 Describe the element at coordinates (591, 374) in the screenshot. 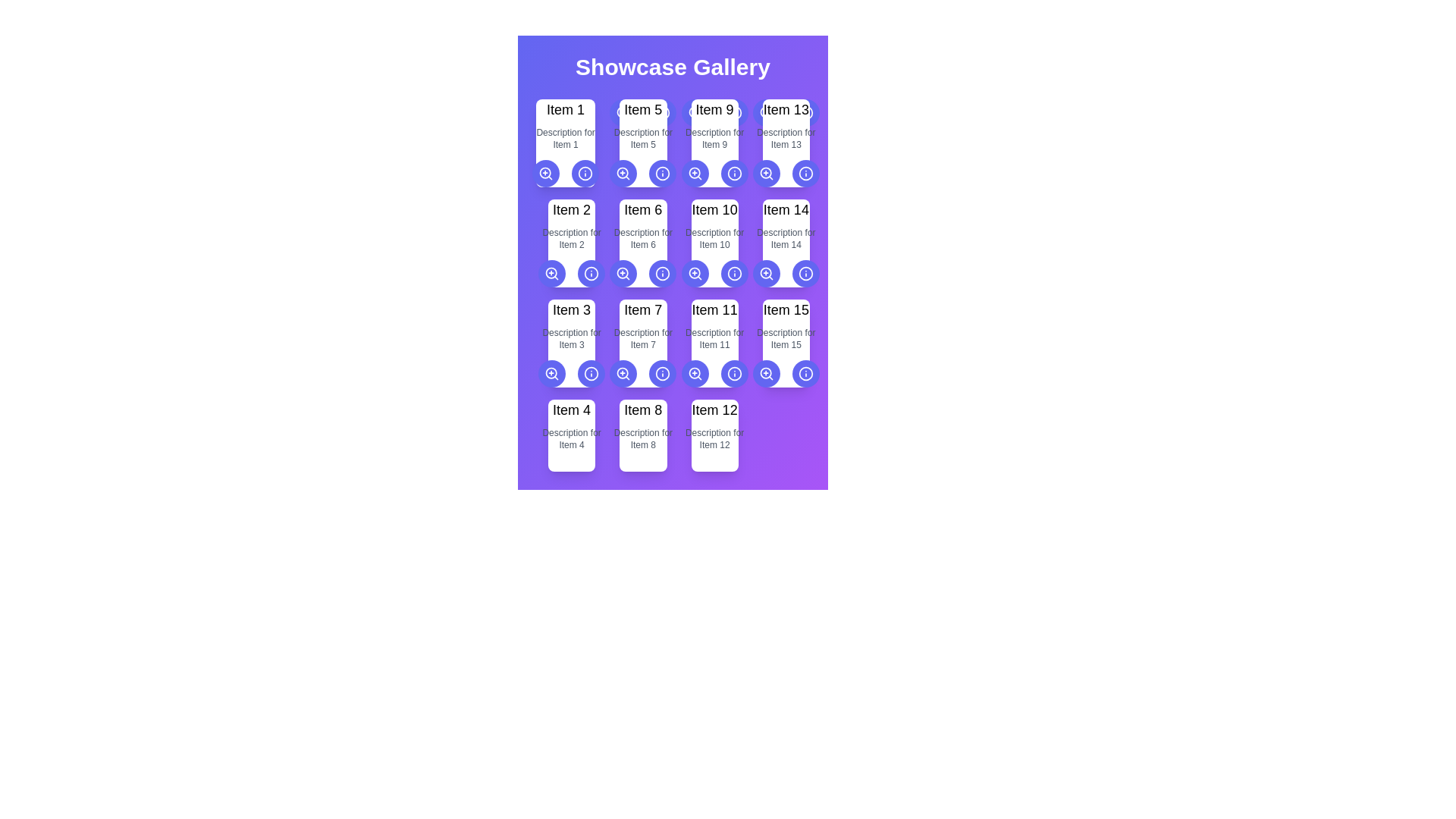

I see `the second interactive button located to the right within the group of elements below the card labeled 'Item 7'` at that location.